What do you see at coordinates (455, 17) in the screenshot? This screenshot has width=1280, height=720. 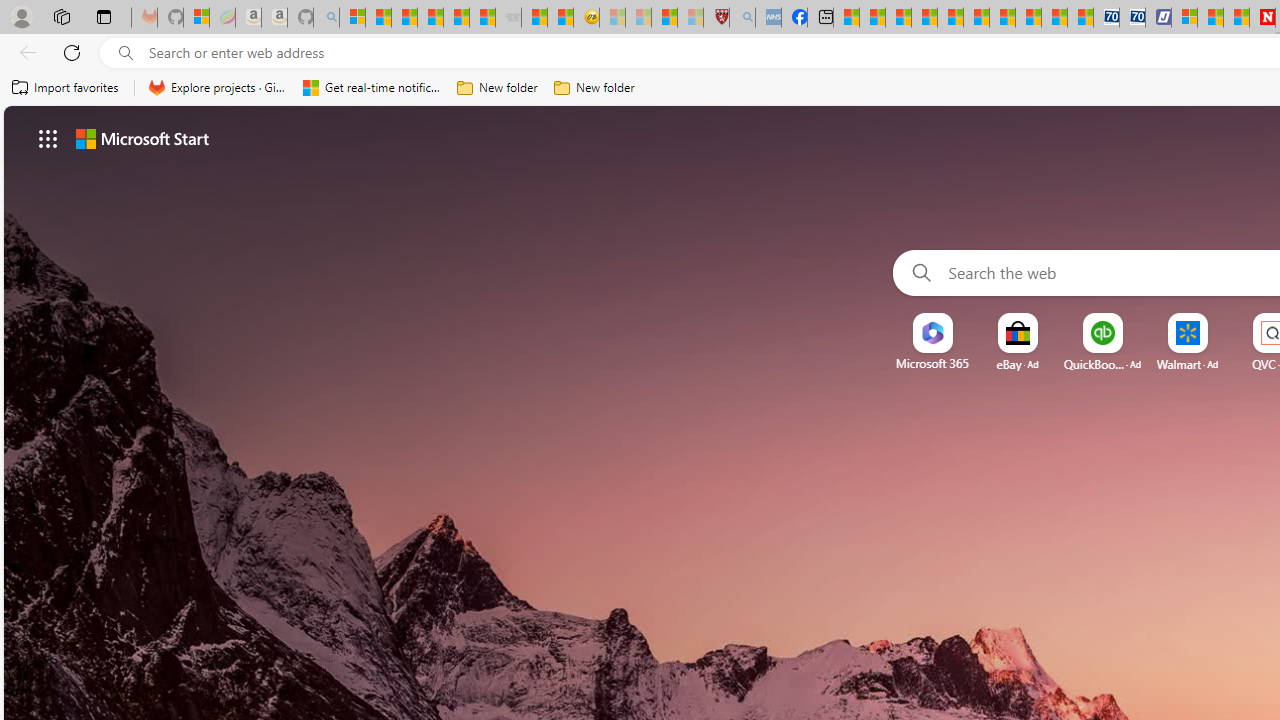 I see `'New Report Confirms 2023 Was Record Hot | Watch'` at bounding box center [455, 17].